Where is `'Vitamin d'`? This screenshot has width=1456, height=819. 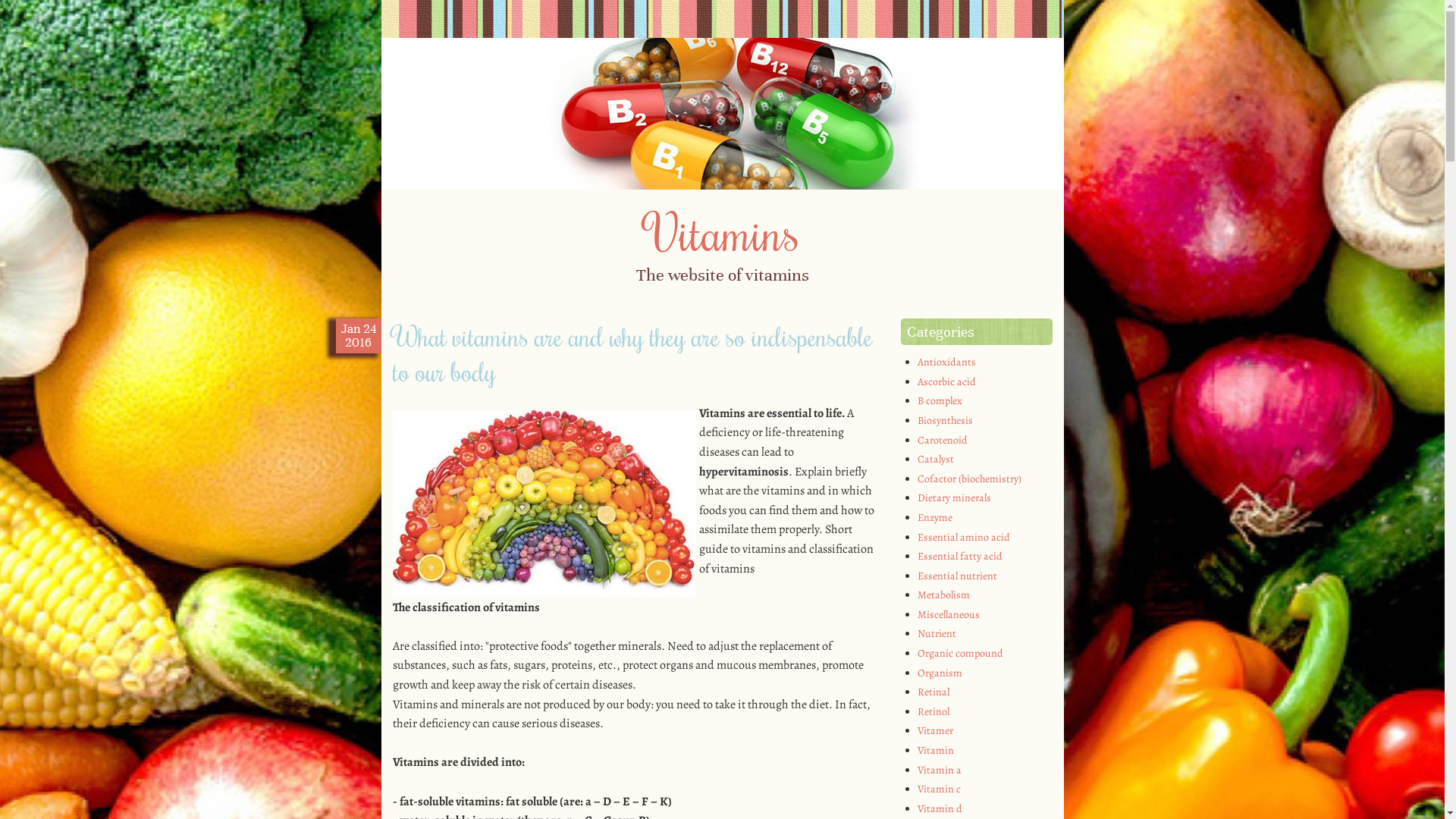 'Vitamin d' is located at coordinates (916, 808).